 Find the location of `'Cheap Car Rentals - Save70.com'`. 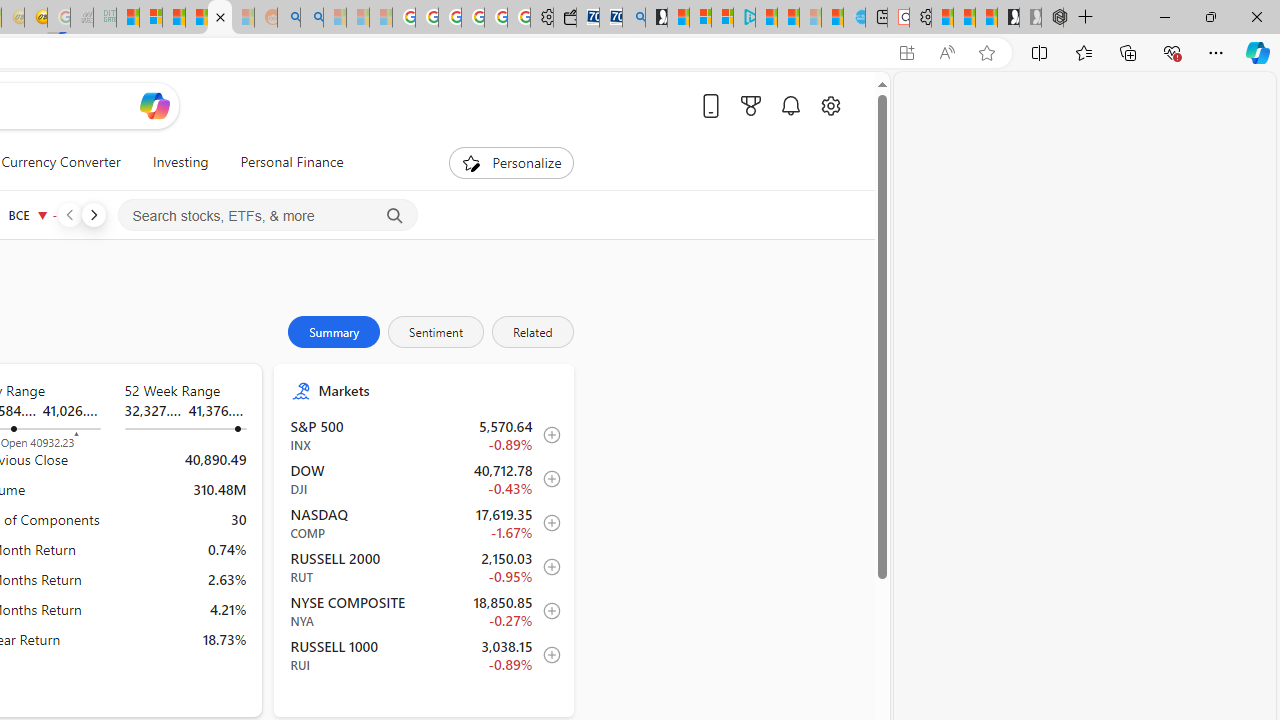

'Cheap Car Rentals - Save70.com' is located at coordinates (610, 17).